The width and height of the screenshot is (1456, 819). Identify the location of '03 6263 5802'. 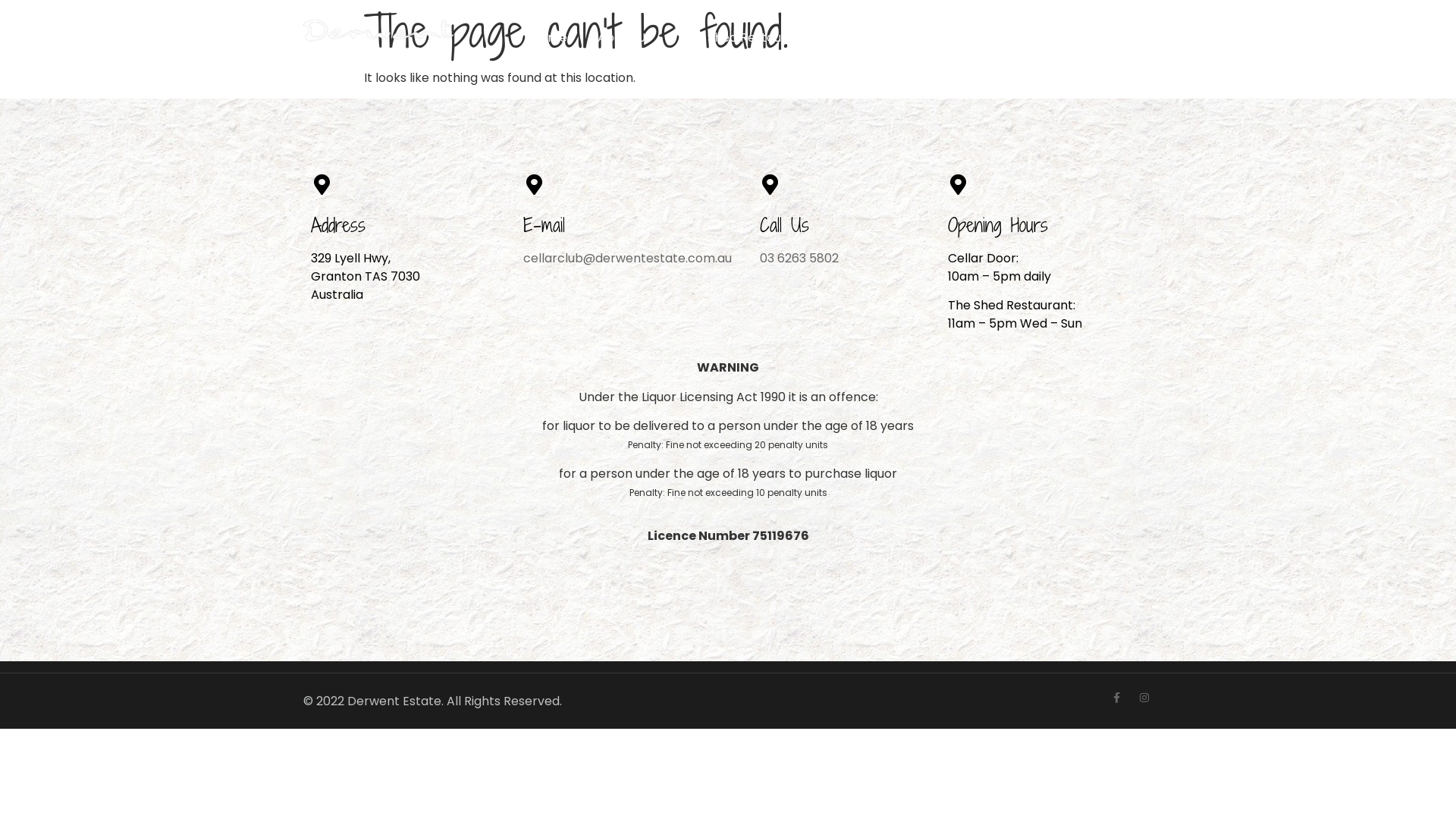
(760, 257).